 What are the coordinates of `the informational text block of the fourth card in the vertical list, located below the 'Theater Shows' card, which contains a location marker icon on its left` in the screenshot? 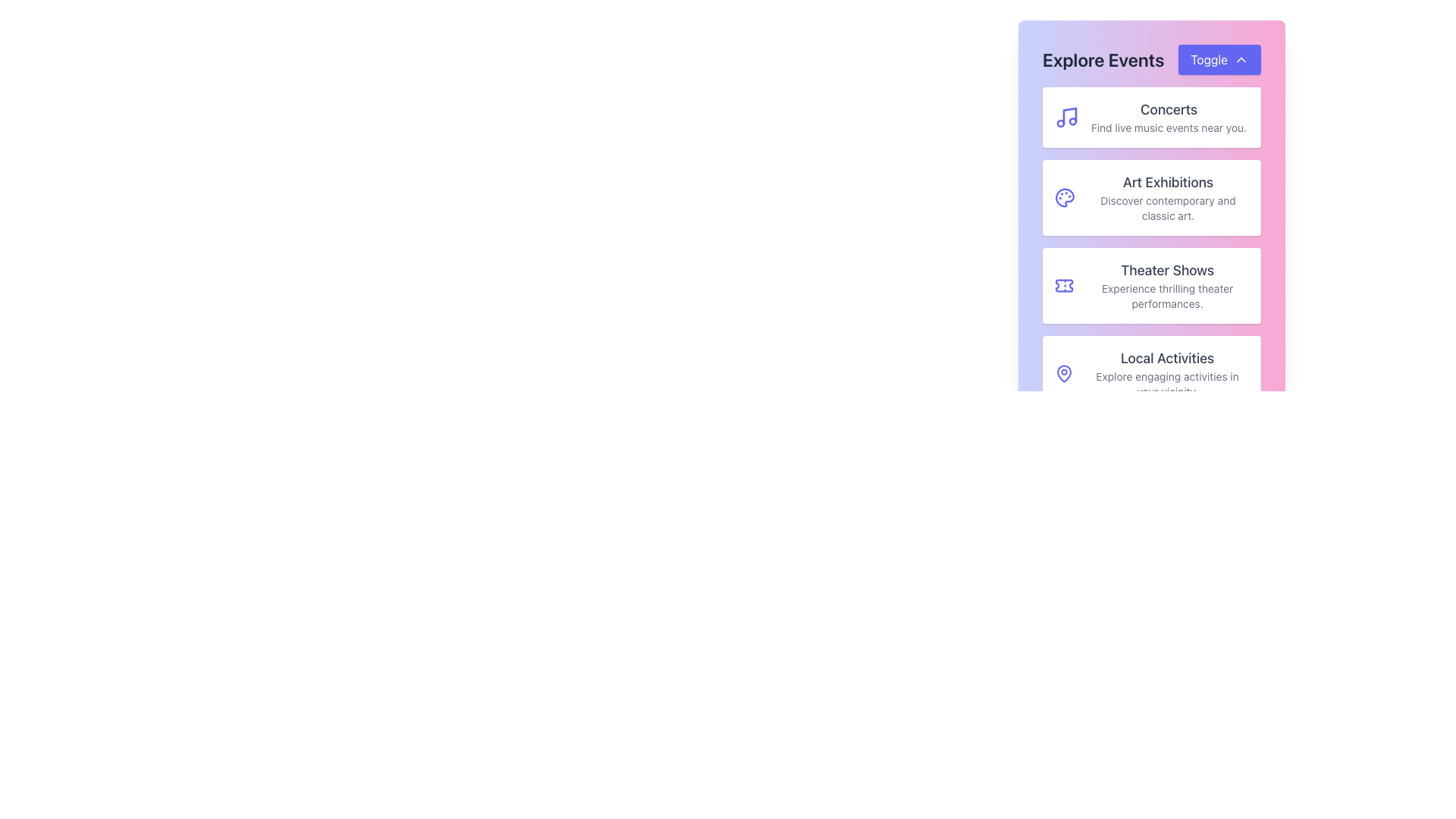 It's located at (1166, 374).